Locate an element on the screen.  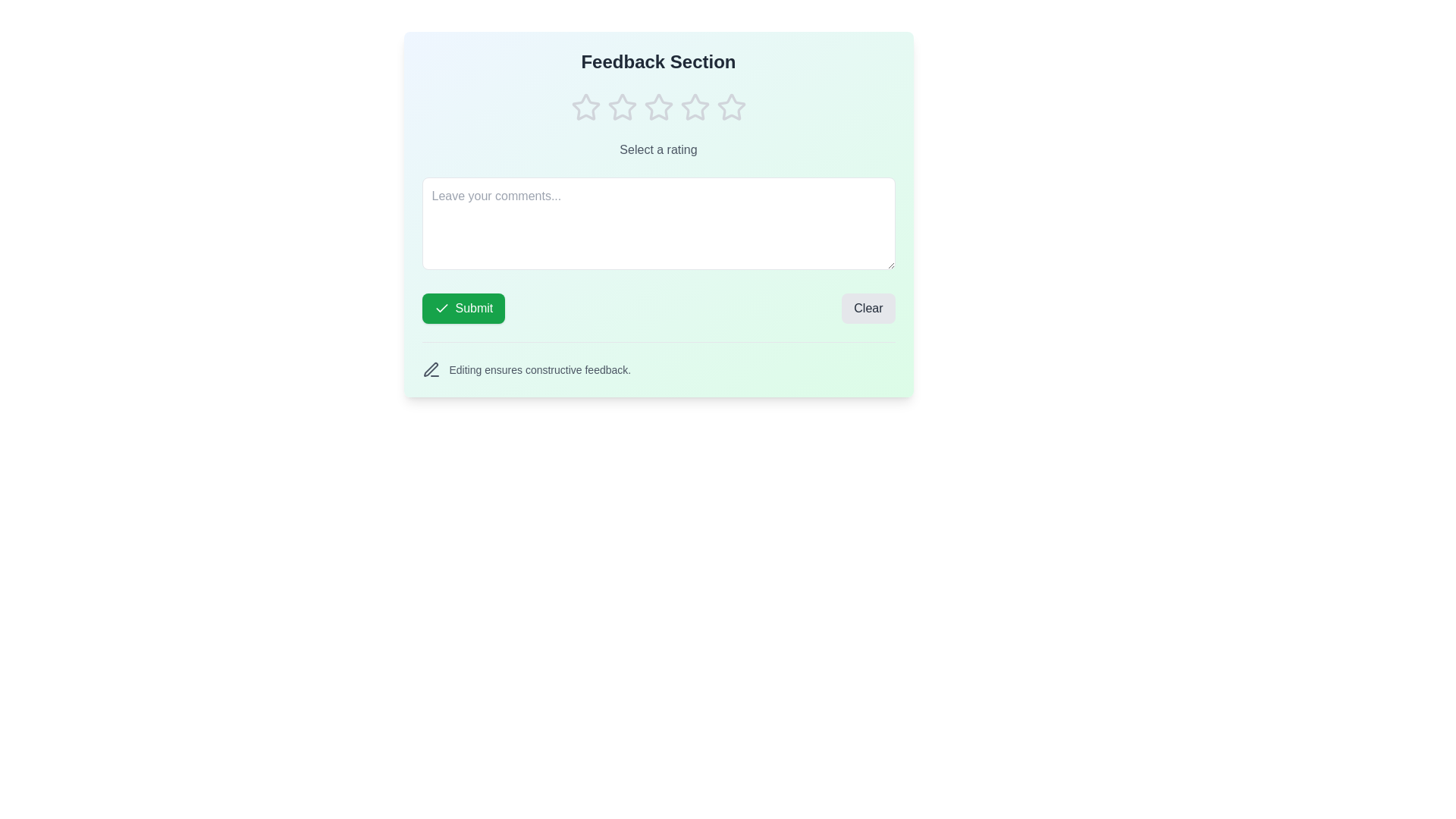
the third star icon in the star rating selection is located at coordinates (658, 107).